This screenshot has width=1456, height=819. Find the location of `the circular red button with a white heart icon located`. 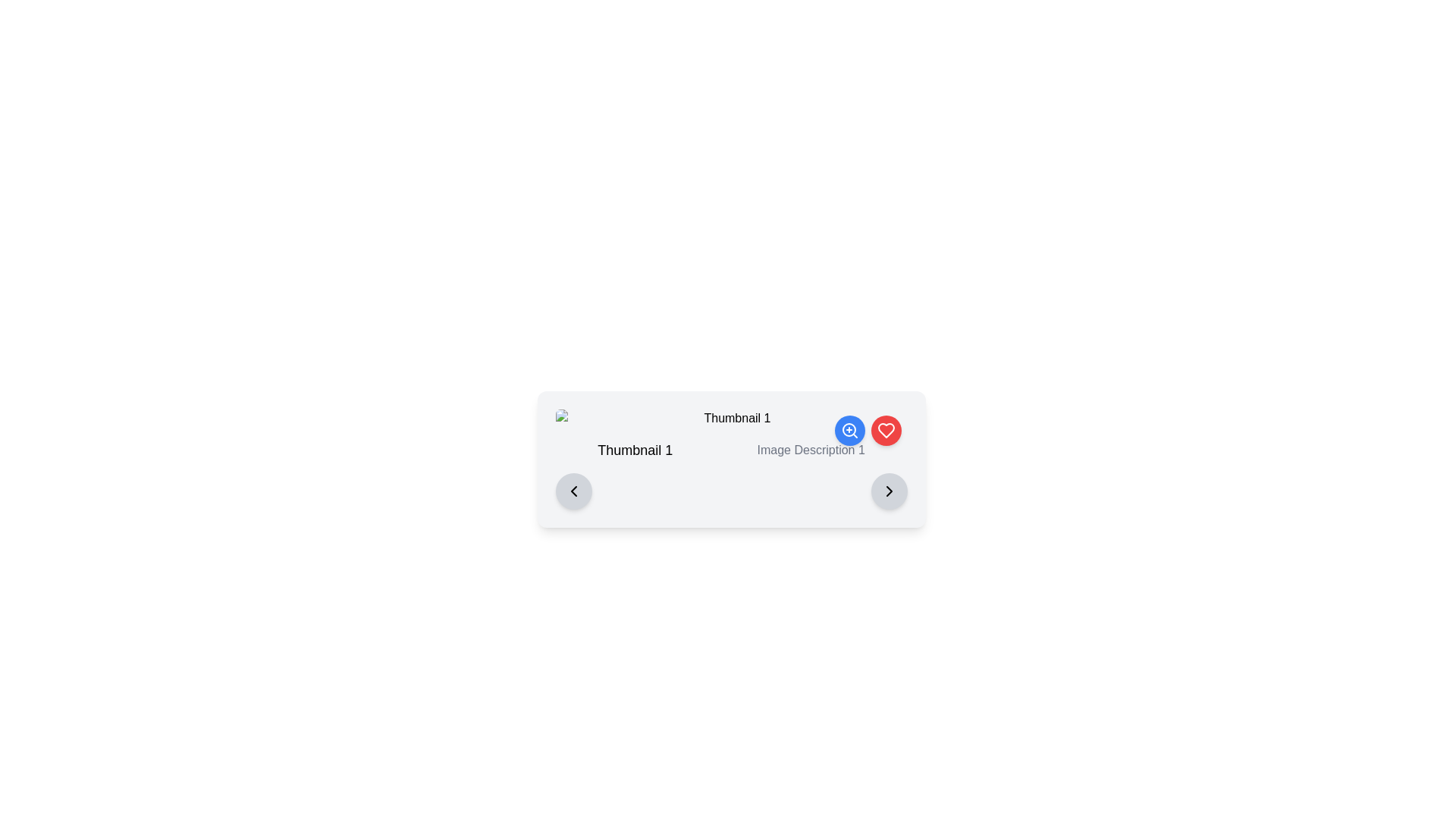

the circular red button with a white heart icon located is located at coordinates (886, 430).